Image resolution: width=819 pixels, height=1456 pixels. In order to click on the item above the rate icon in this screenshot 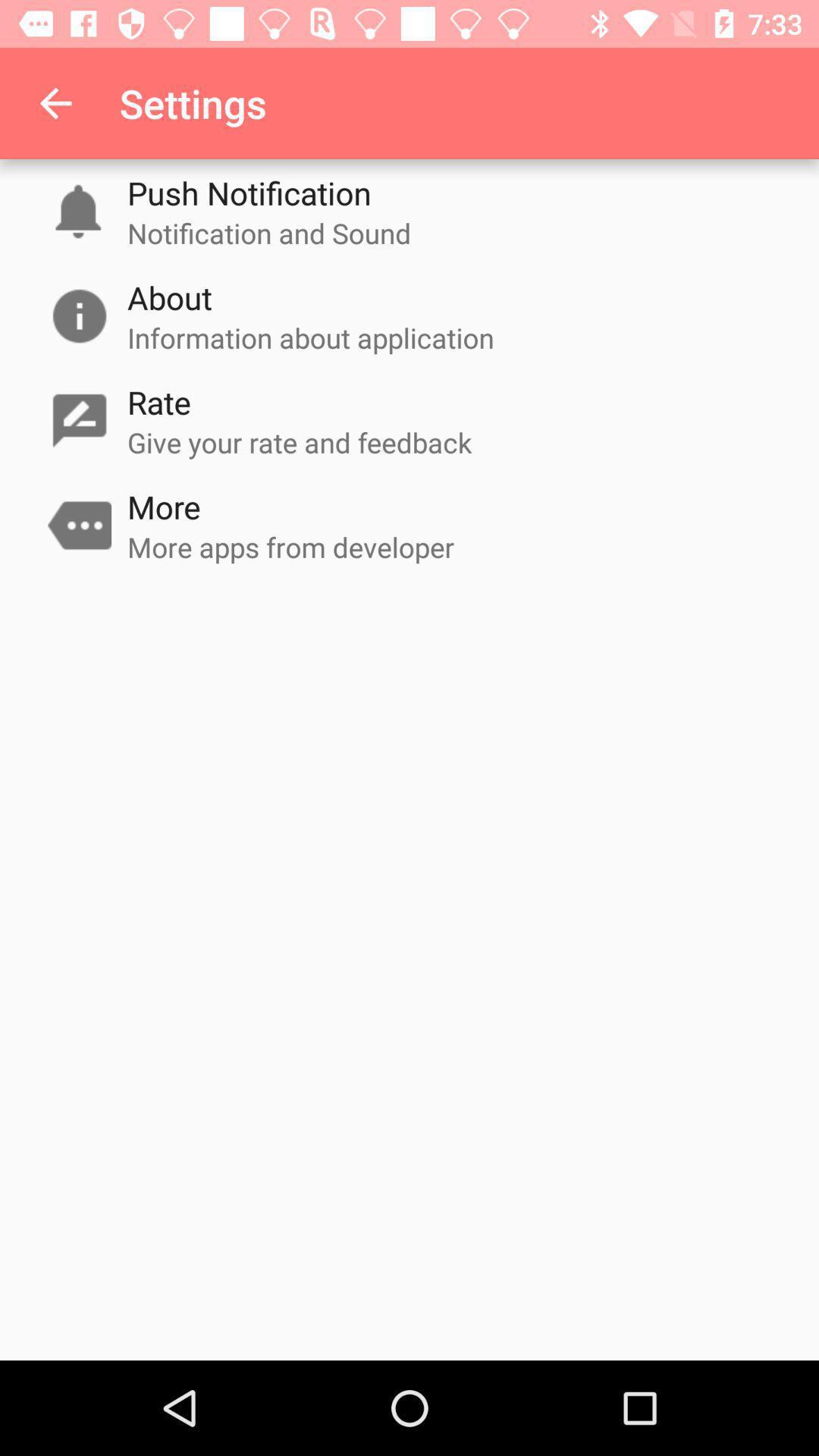, I will do `click(309, 337)`.